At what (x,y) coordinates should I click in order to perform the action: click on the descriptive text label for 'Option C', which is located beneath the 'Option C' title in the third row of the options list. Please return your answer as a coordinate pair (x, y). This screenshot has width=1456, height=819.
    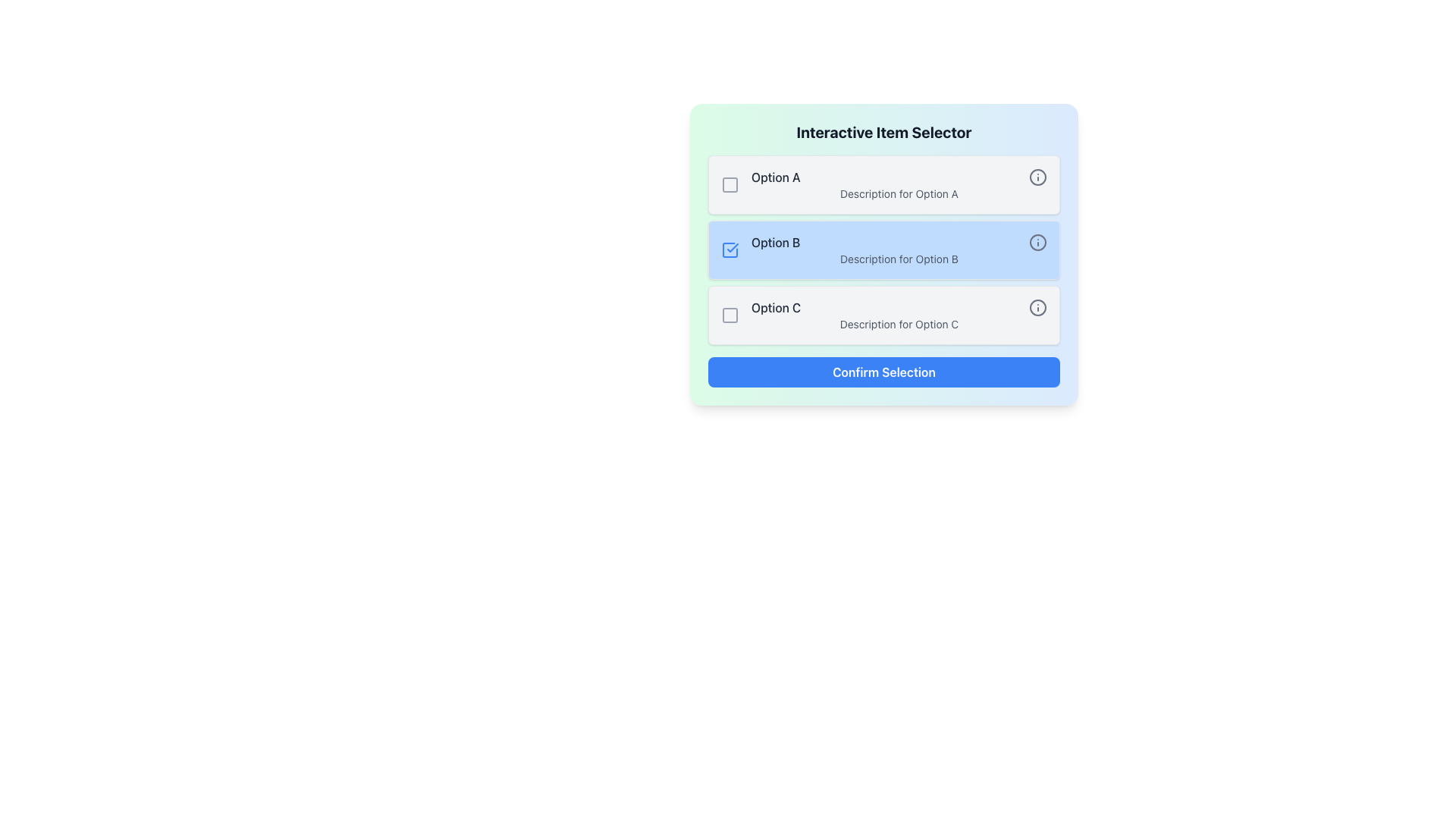
    Looking at the image, I should click on (899, 324).